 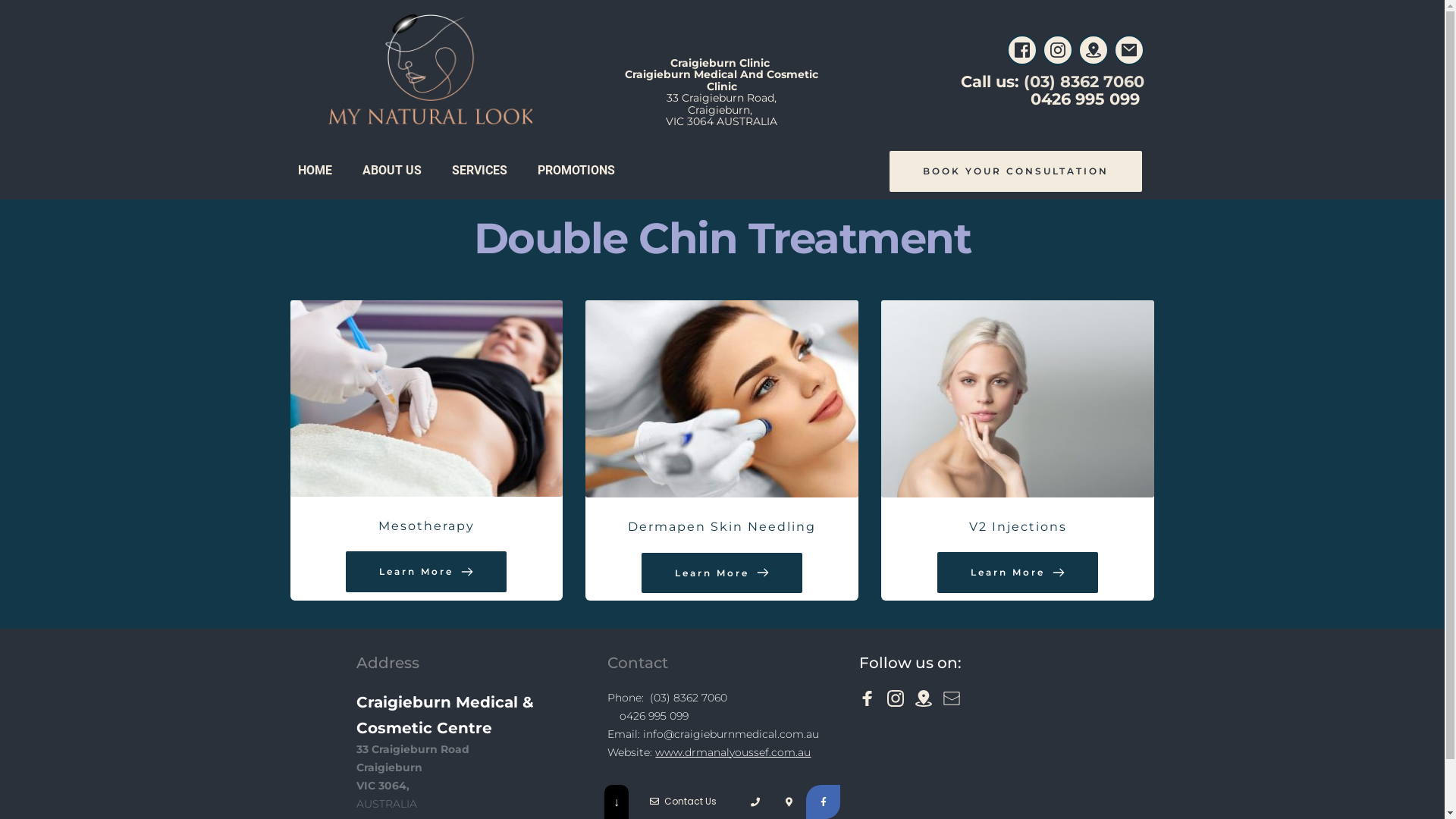 What do you see at coordinates (733, 752) in the screenshot?
I see `'www.drmanalyoussef.com.au'` at bounding box center [733, 752].